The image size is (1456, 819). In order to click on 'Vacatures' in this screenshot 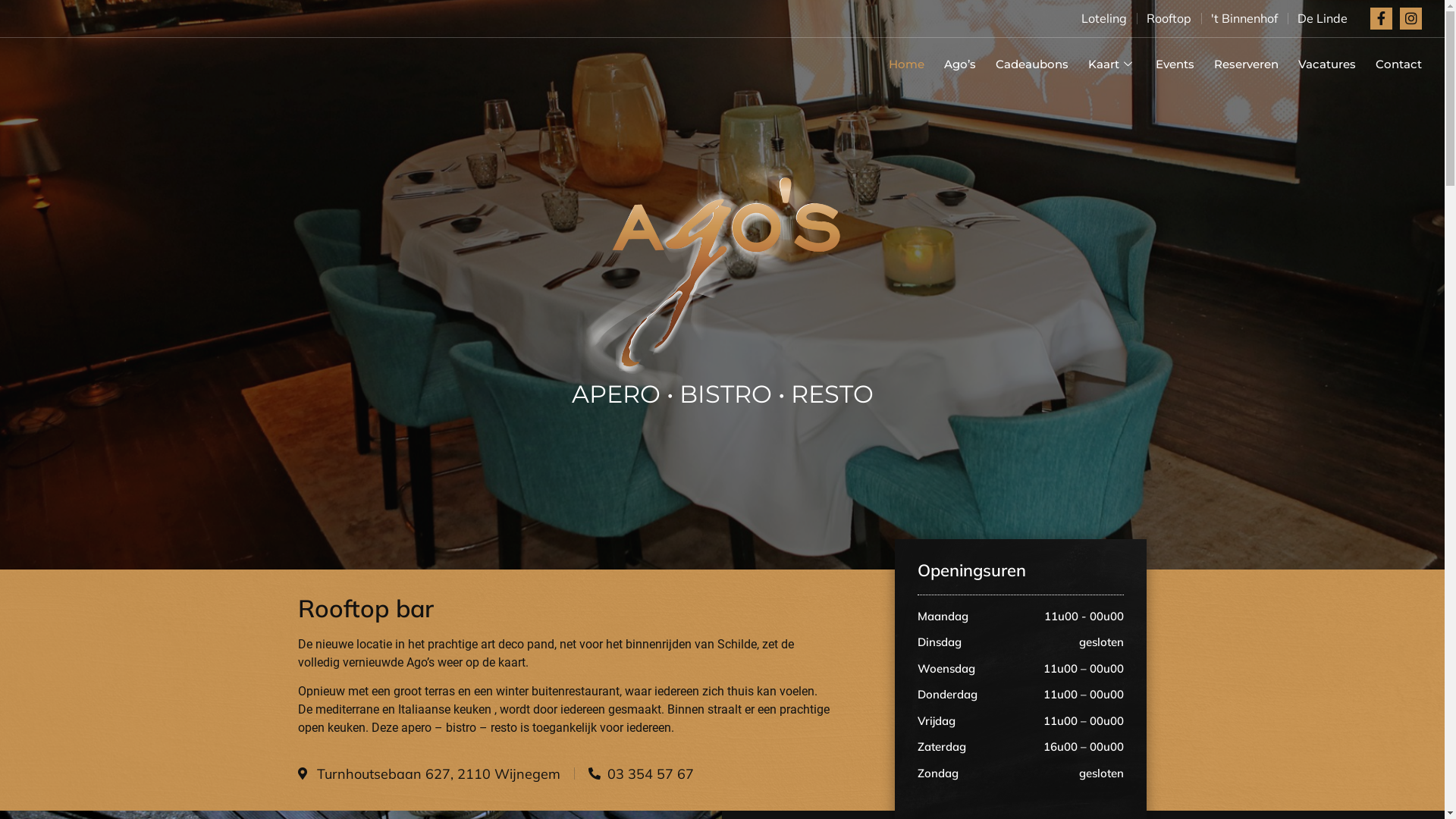, I will do `click(1316, 63)`.